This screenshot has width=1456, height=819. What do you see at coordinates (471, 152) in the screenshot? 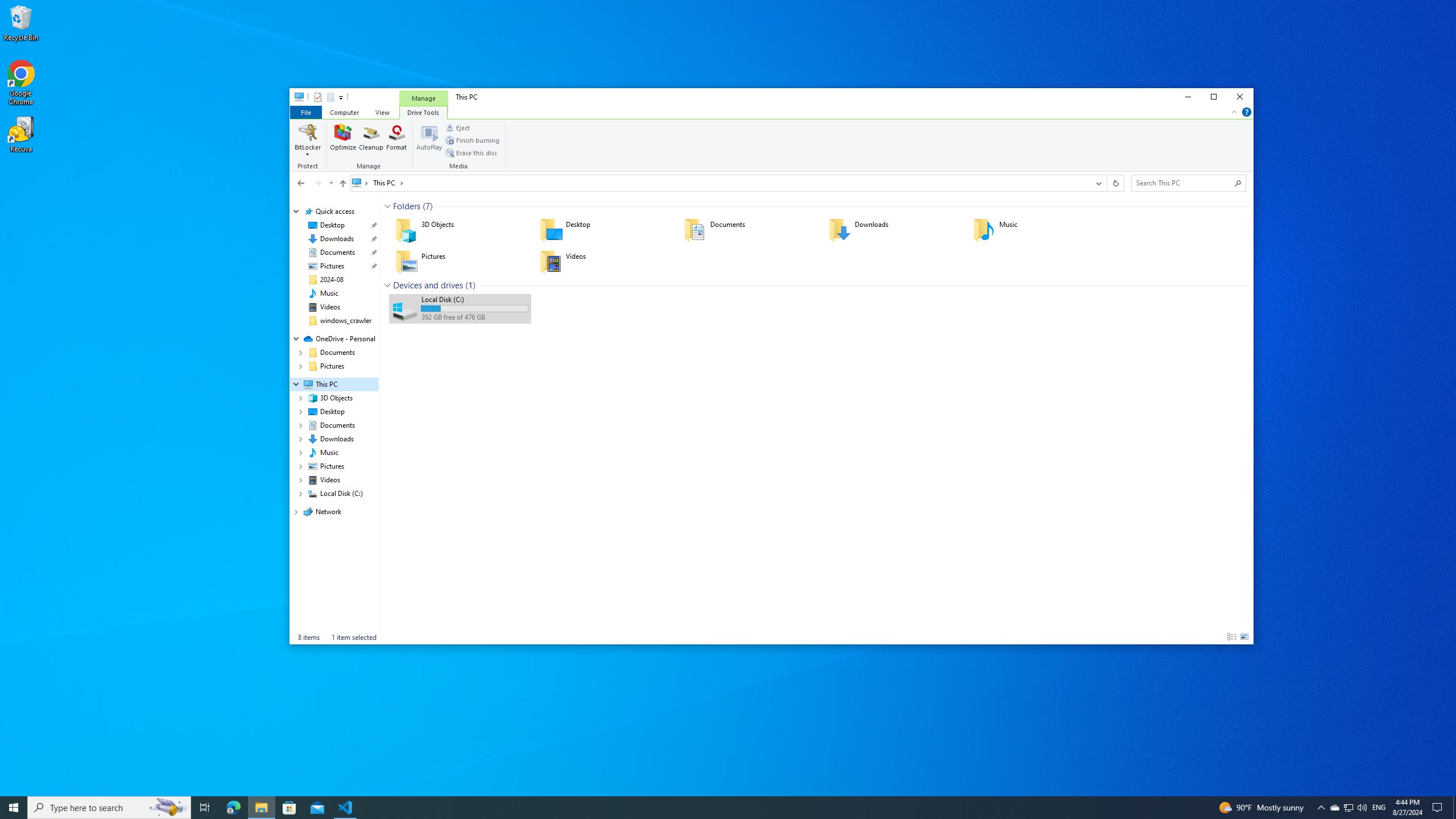
I see `'Erase this disc'` at bounding box center [471, 152].